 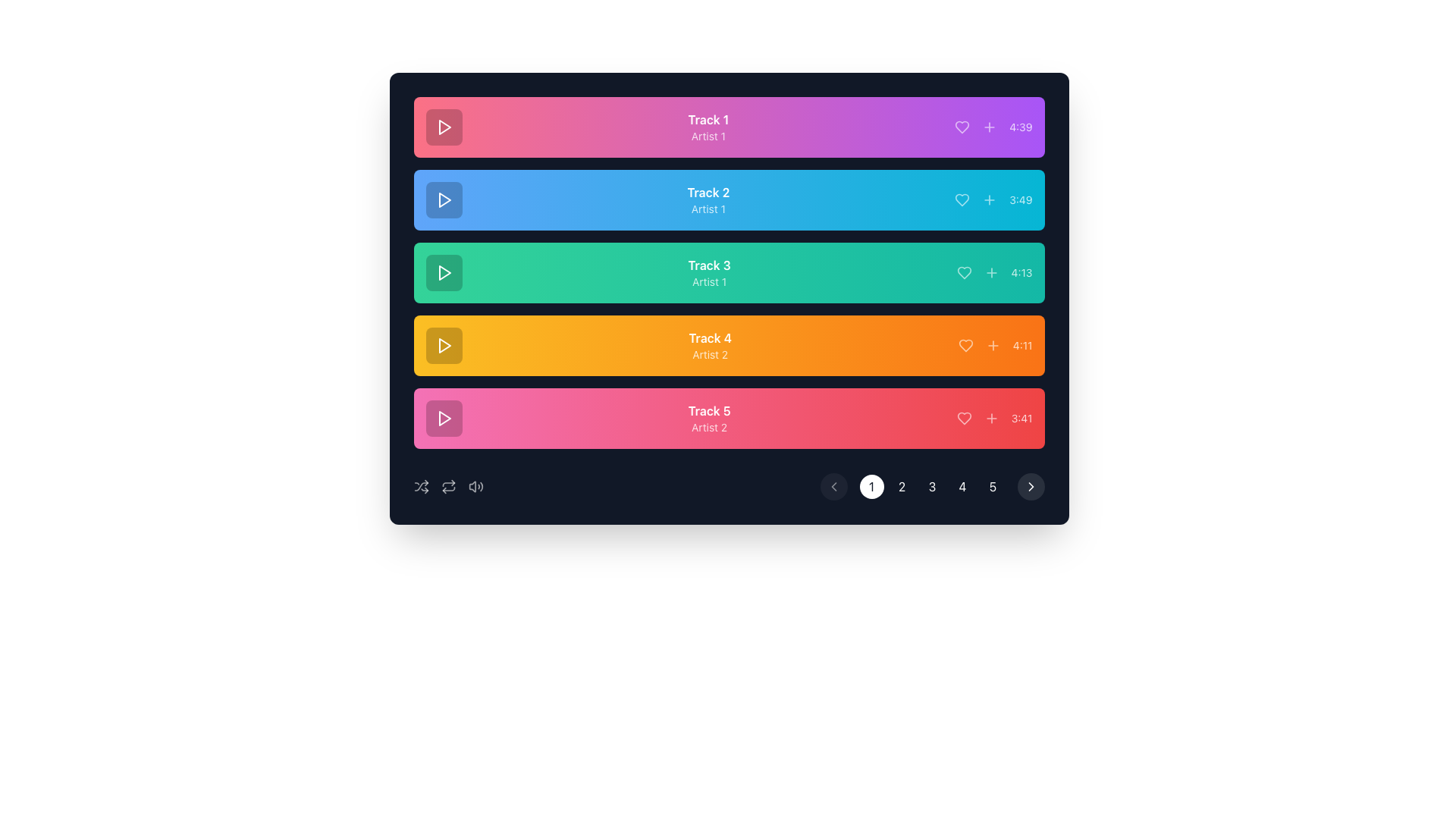 I want to click on the text display area that shows 'Track 1' by 'Artist 1', located centrally in the first row of the vertical list, so click(x=708, y=127).